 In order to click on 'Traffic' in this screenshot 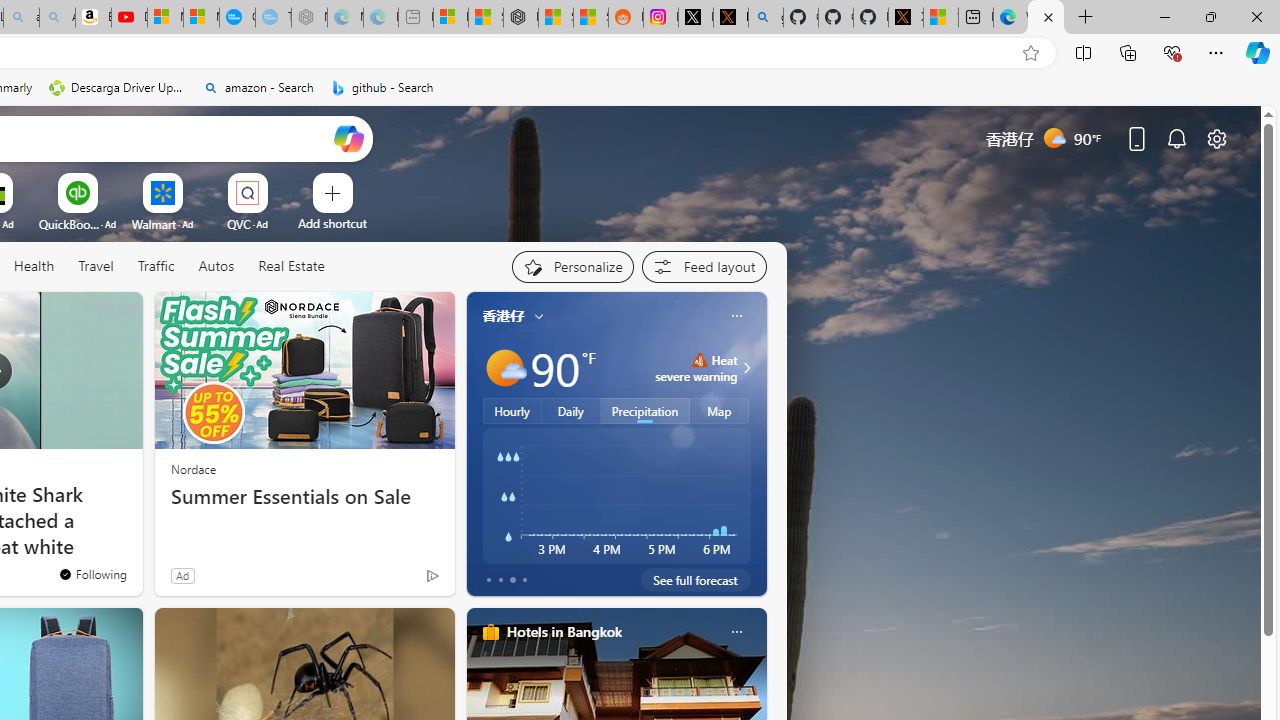, I will do `click(154, 265)`.